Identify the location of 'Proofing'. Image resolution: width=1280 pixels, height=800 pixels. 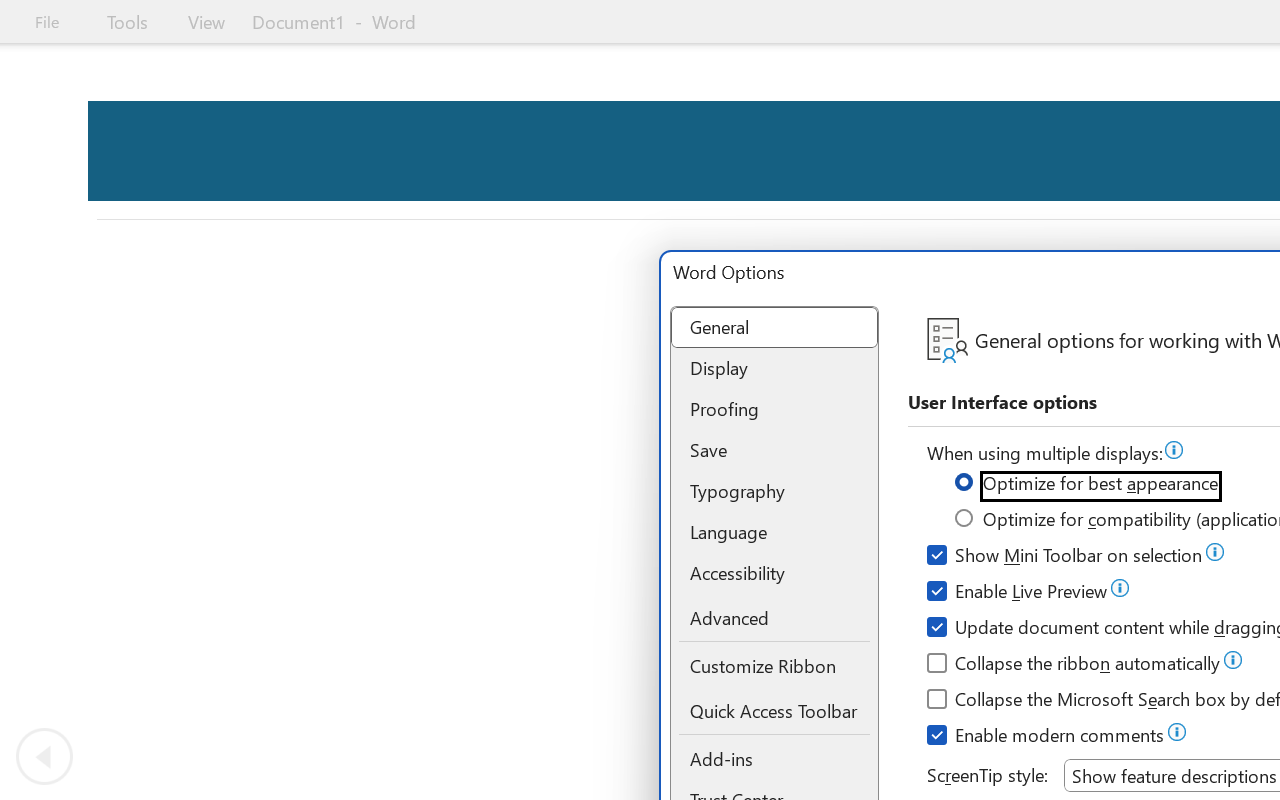
(773, 409).